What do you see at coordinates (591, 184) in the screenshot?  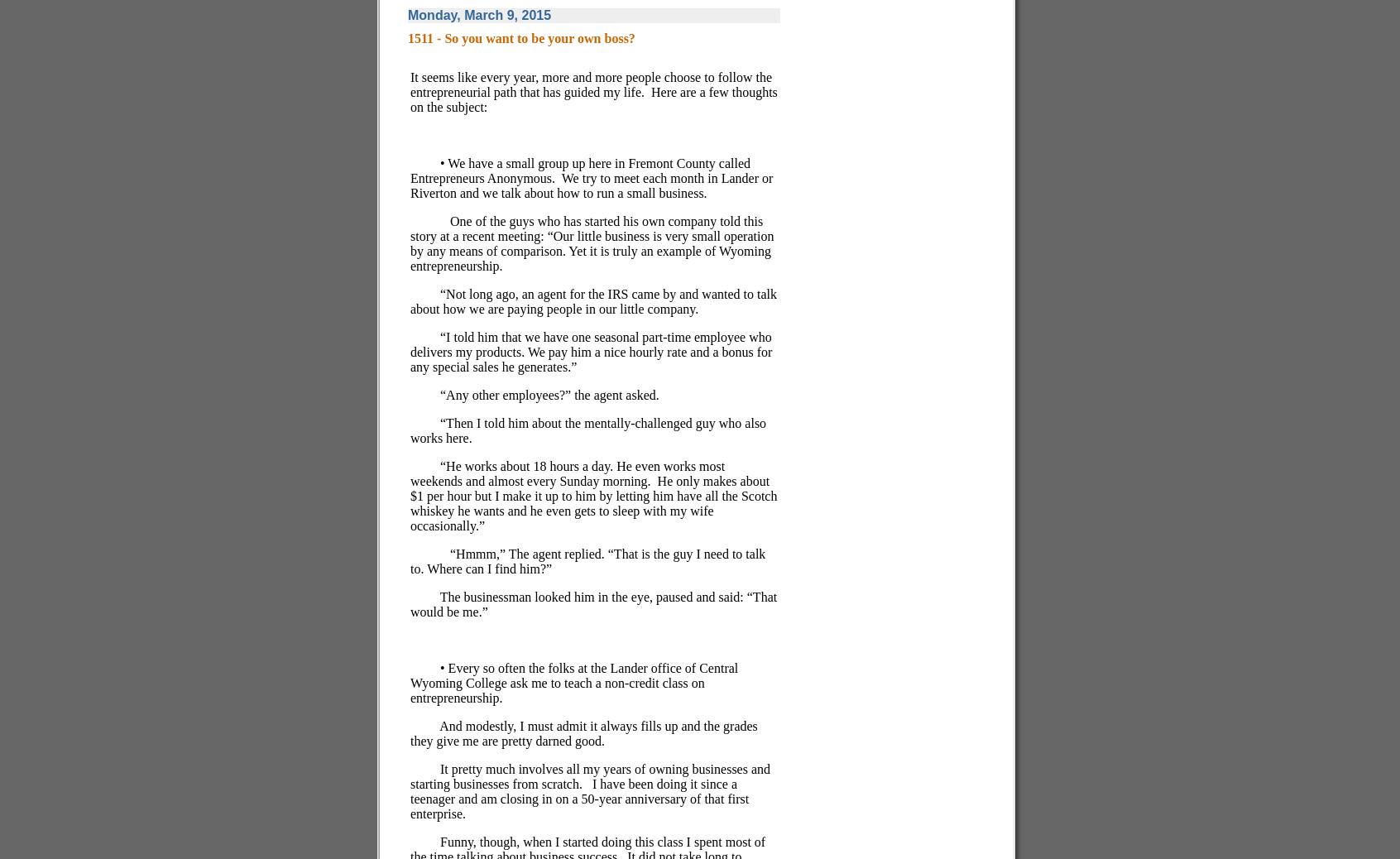 I see `'We try to meet each month in Lander or
Riverton and we talk about how to run a small business.'` at bounding box center [591, 184].